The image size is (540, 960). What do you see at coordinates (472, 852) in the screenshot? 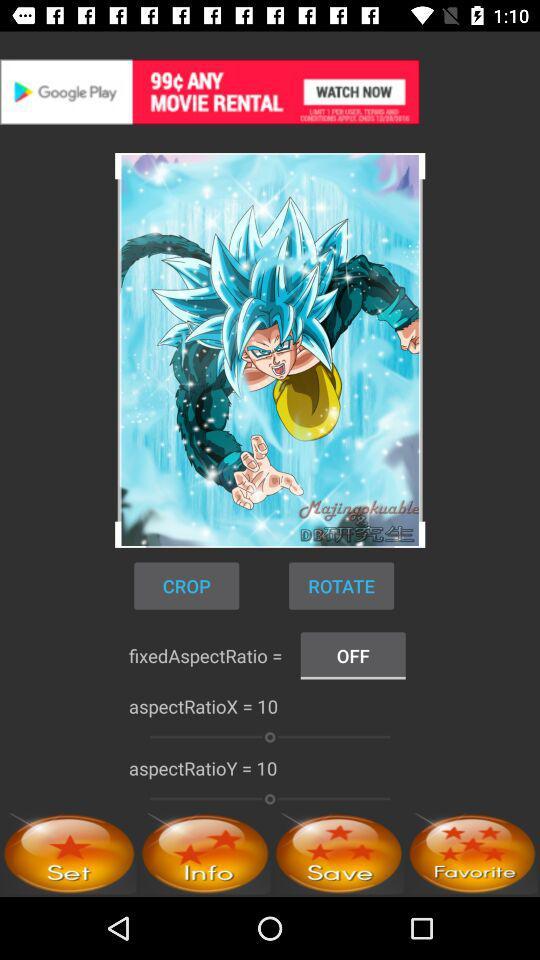
I see `open favorite` at bounding box center [472, 852].